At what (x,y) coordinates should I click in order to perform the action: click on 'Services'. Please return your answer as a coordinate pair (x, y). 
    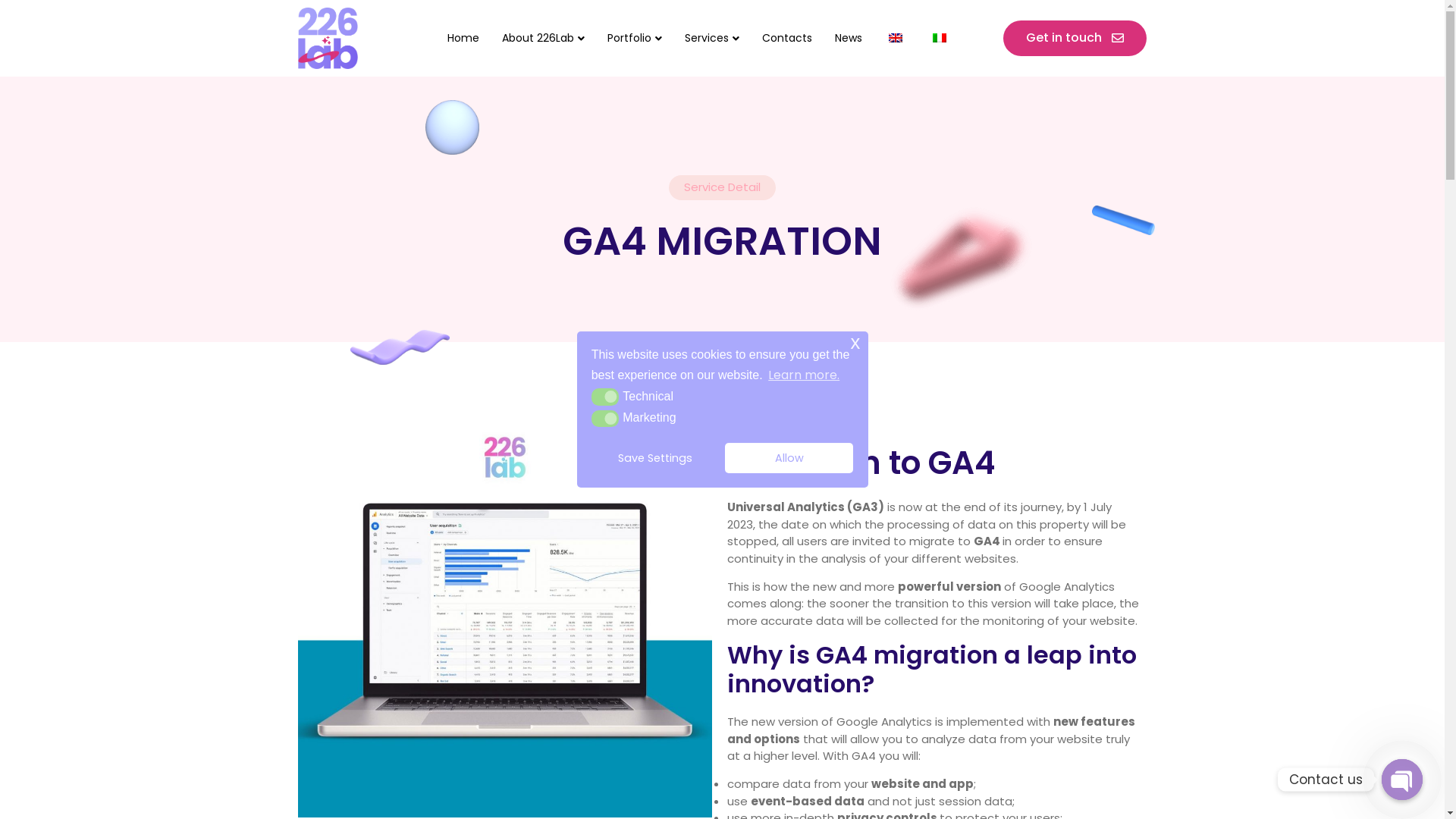
    Looking at the image, I should click on (673, 37).